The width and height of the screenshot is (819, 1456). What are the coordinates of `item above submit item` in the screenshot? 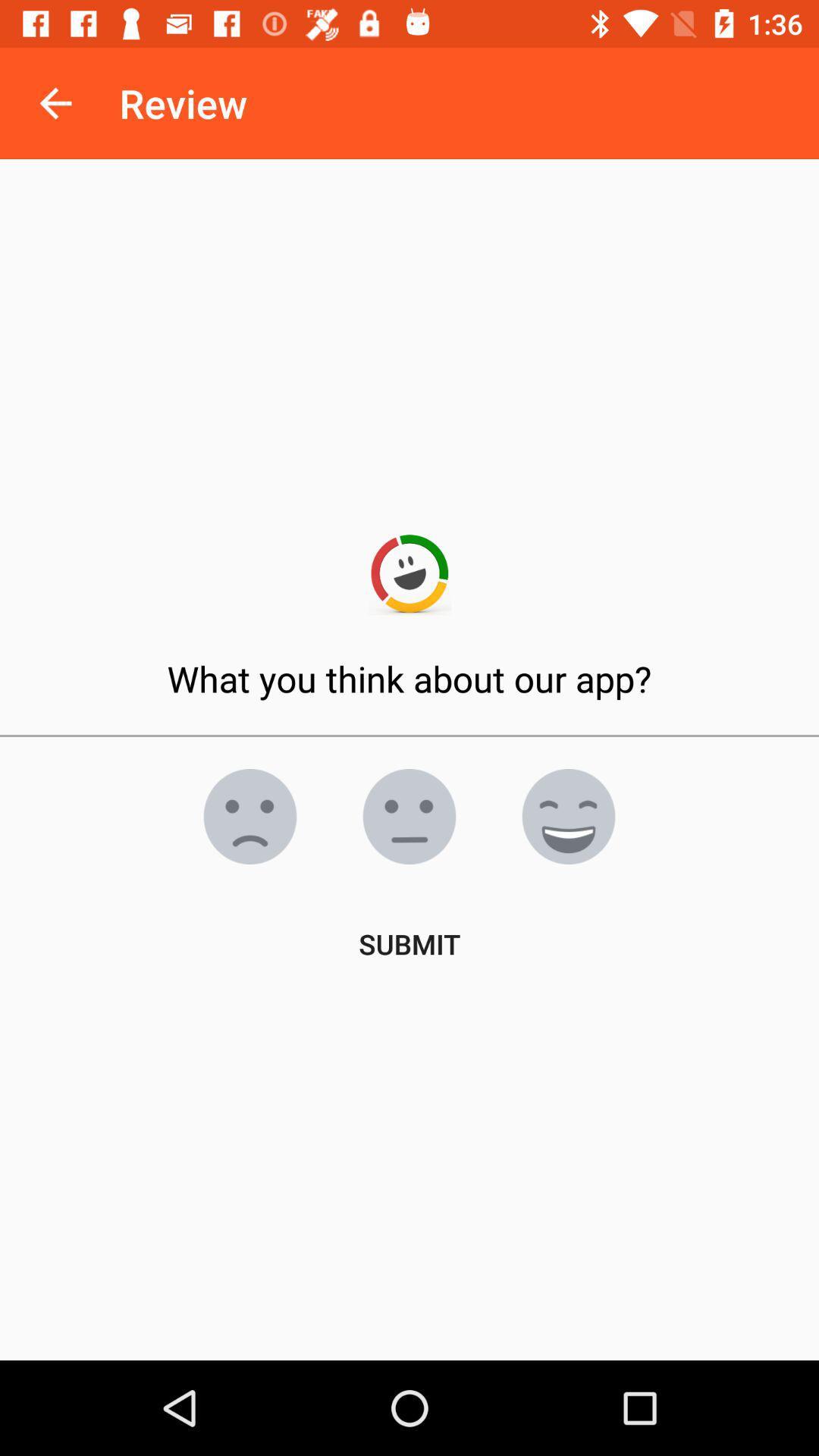 It's located at (568, 815).